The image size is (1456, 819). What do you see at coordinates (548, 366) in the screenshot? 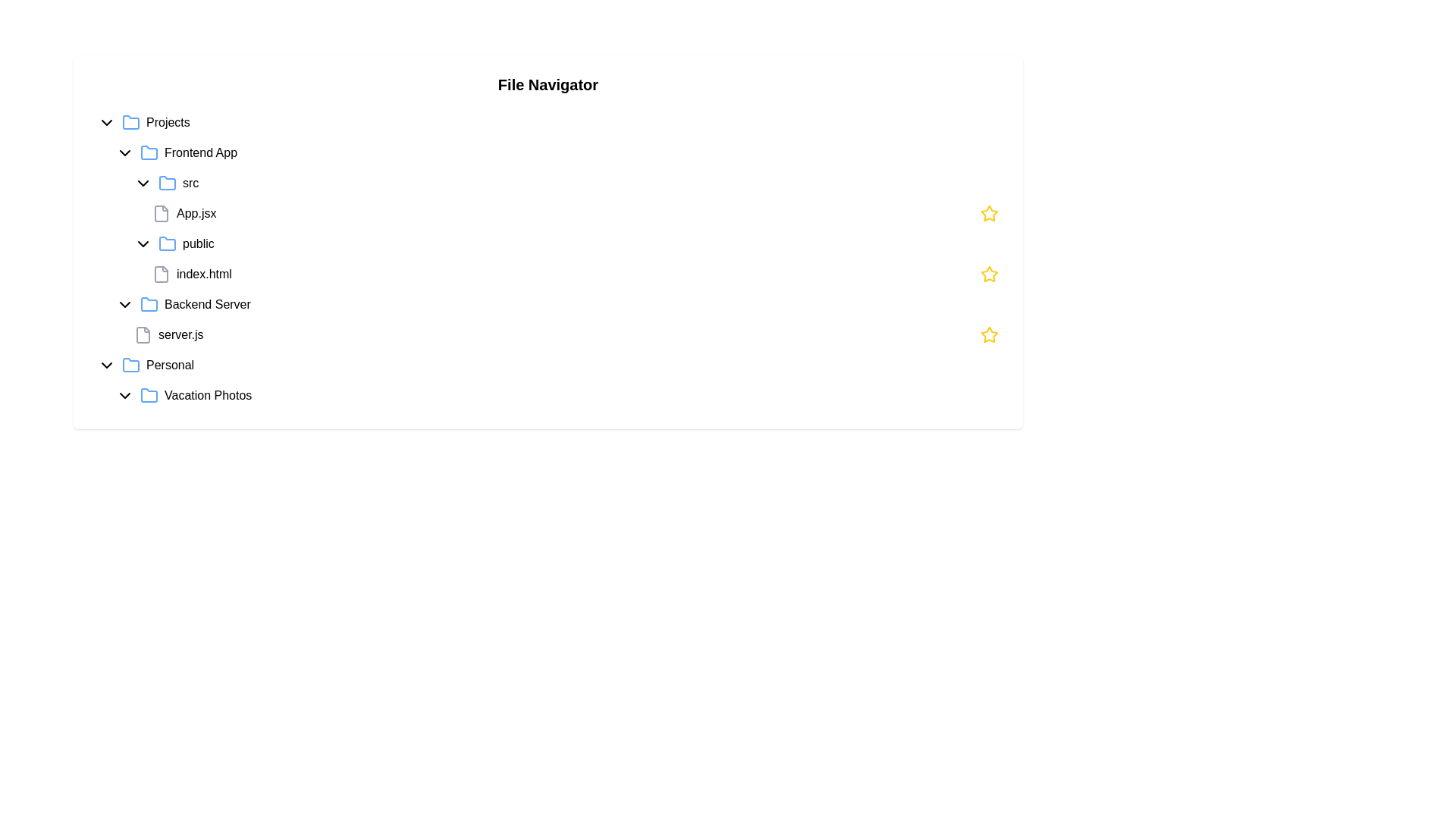
I see `the navigational list item for the 'Personal' folder` at bounding box center [548, 366].